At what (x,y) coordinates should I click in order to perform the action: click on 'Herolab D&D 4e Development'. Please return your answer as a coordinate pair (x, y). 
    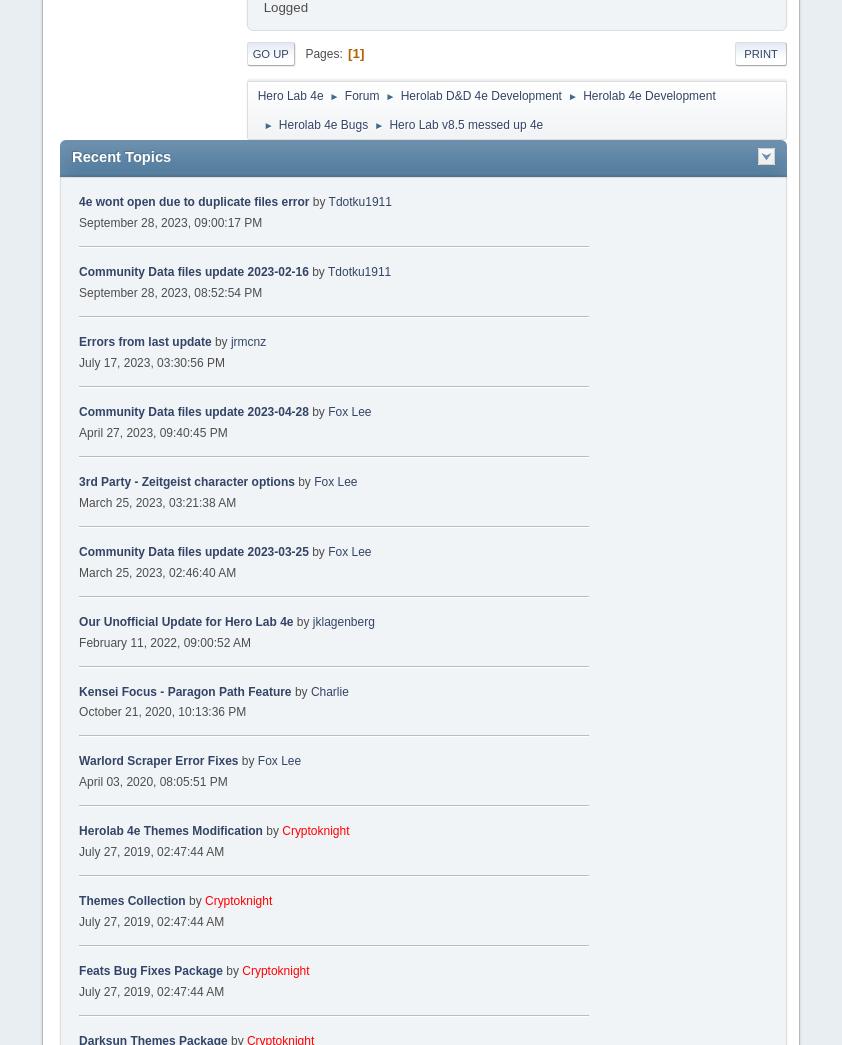
    Looking at the image, I should click on (479, 96).